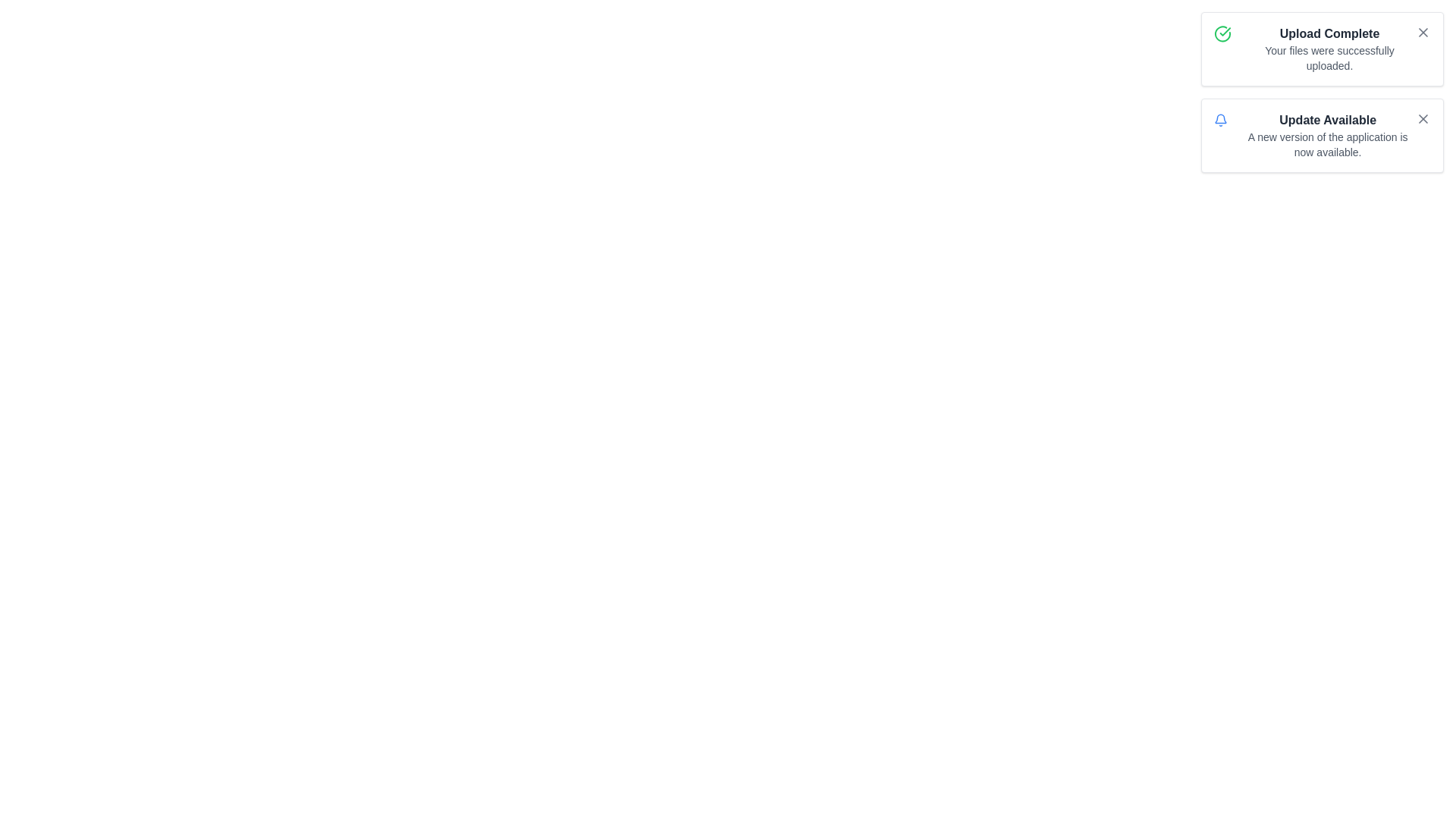  Describe the element at coordinates (1422, 118) in the screenshot. I see `the close button located in the top-right corner of the notification panel` at that location.